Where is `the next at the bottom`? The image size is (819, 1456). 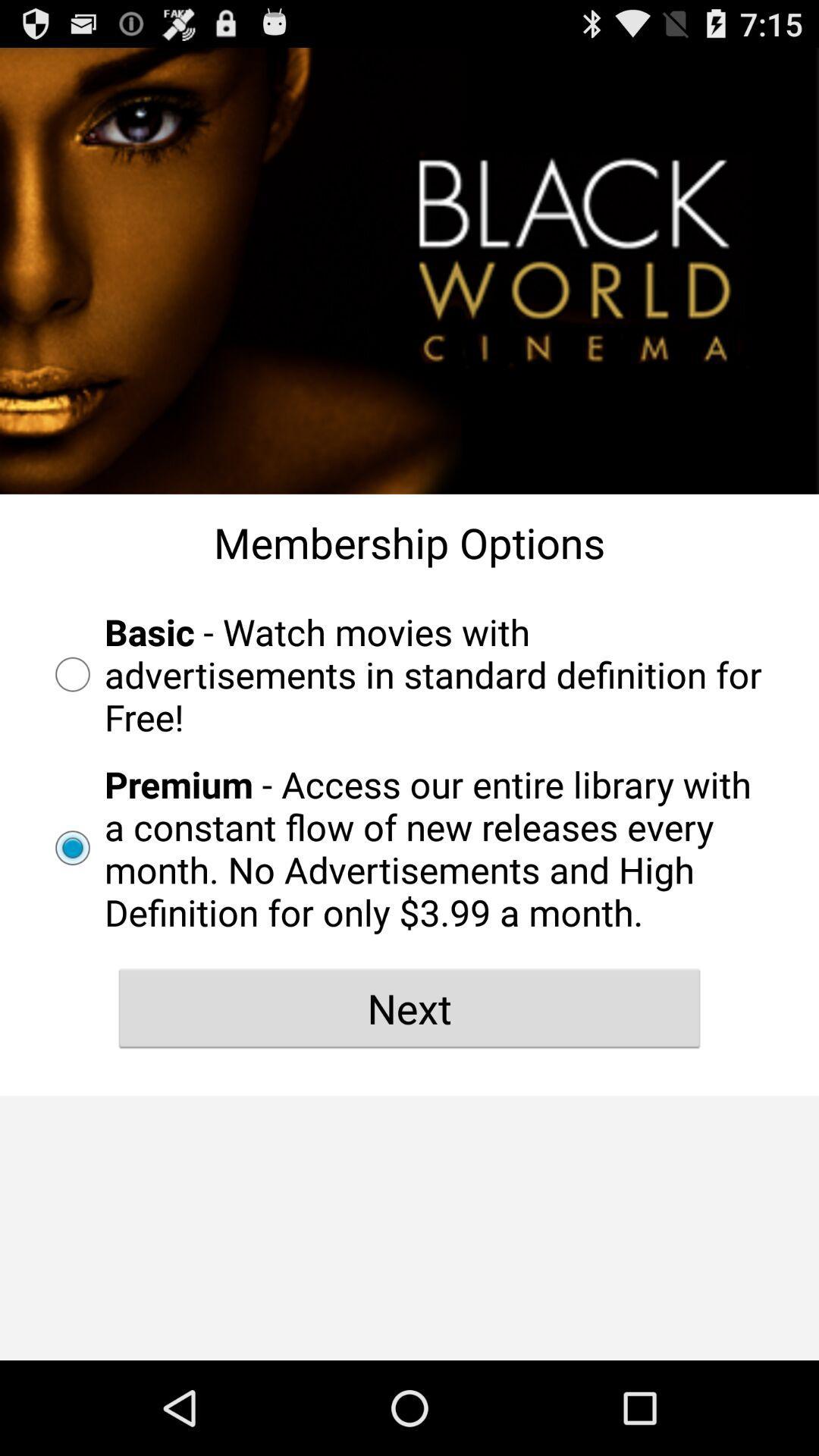
the next at the bottom is located at coordinates (409, 1008).